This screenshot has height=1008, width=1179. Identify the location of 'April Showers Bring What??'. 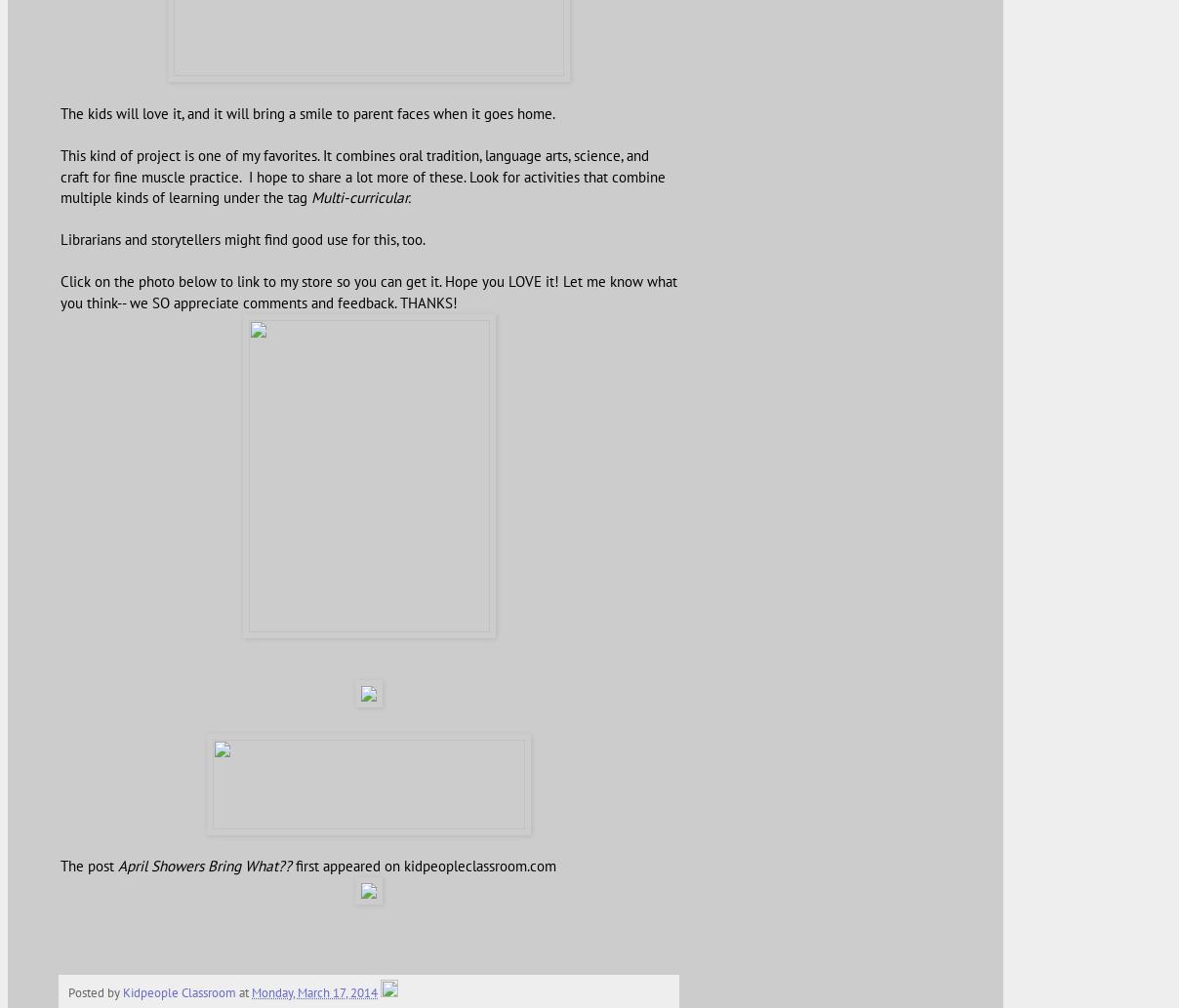
(204, 865).